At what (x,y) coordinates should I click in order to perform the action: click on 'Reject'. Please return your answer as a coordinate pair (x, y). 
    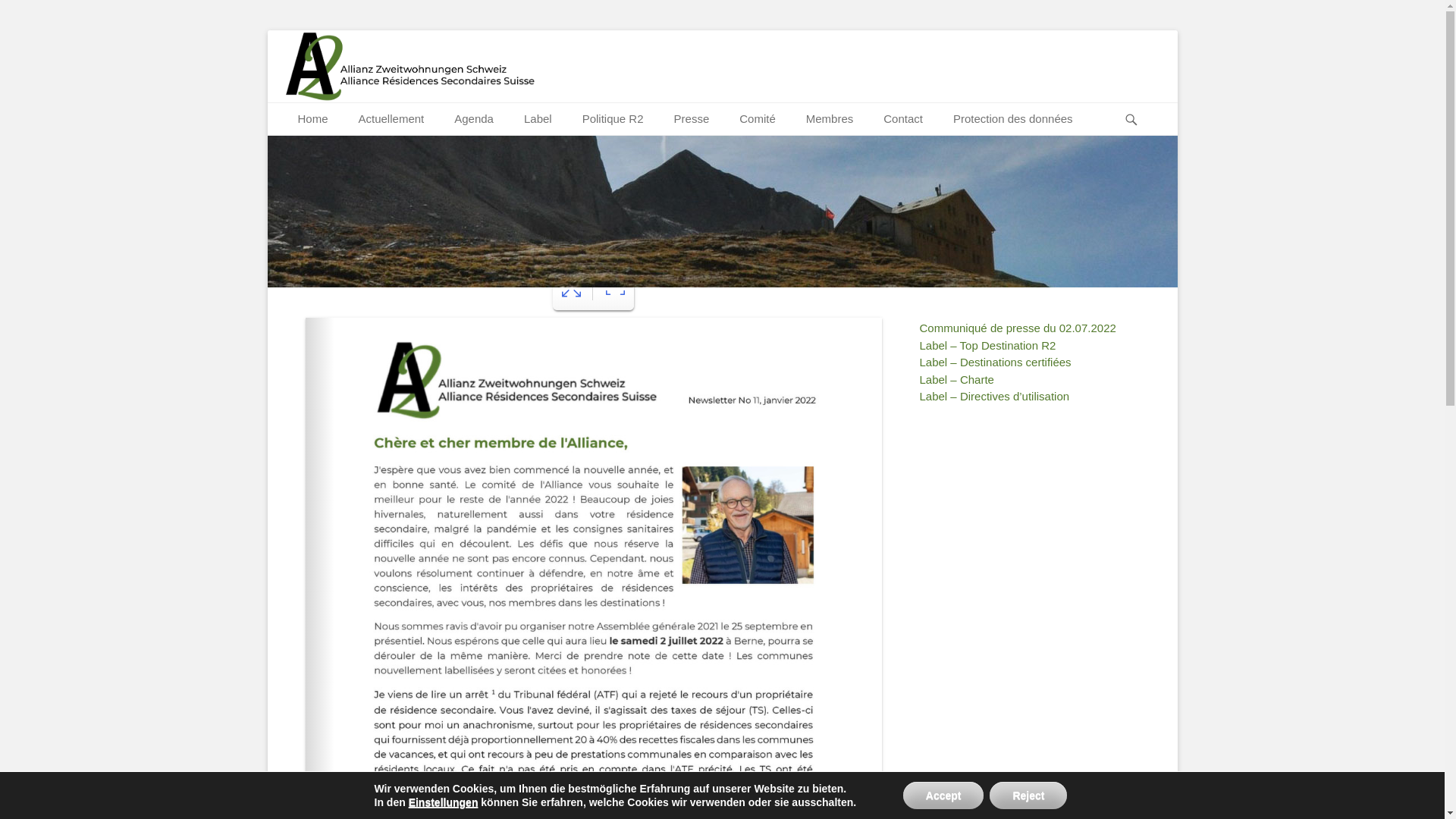
    Looking at the image, I should click on (1028, 795).